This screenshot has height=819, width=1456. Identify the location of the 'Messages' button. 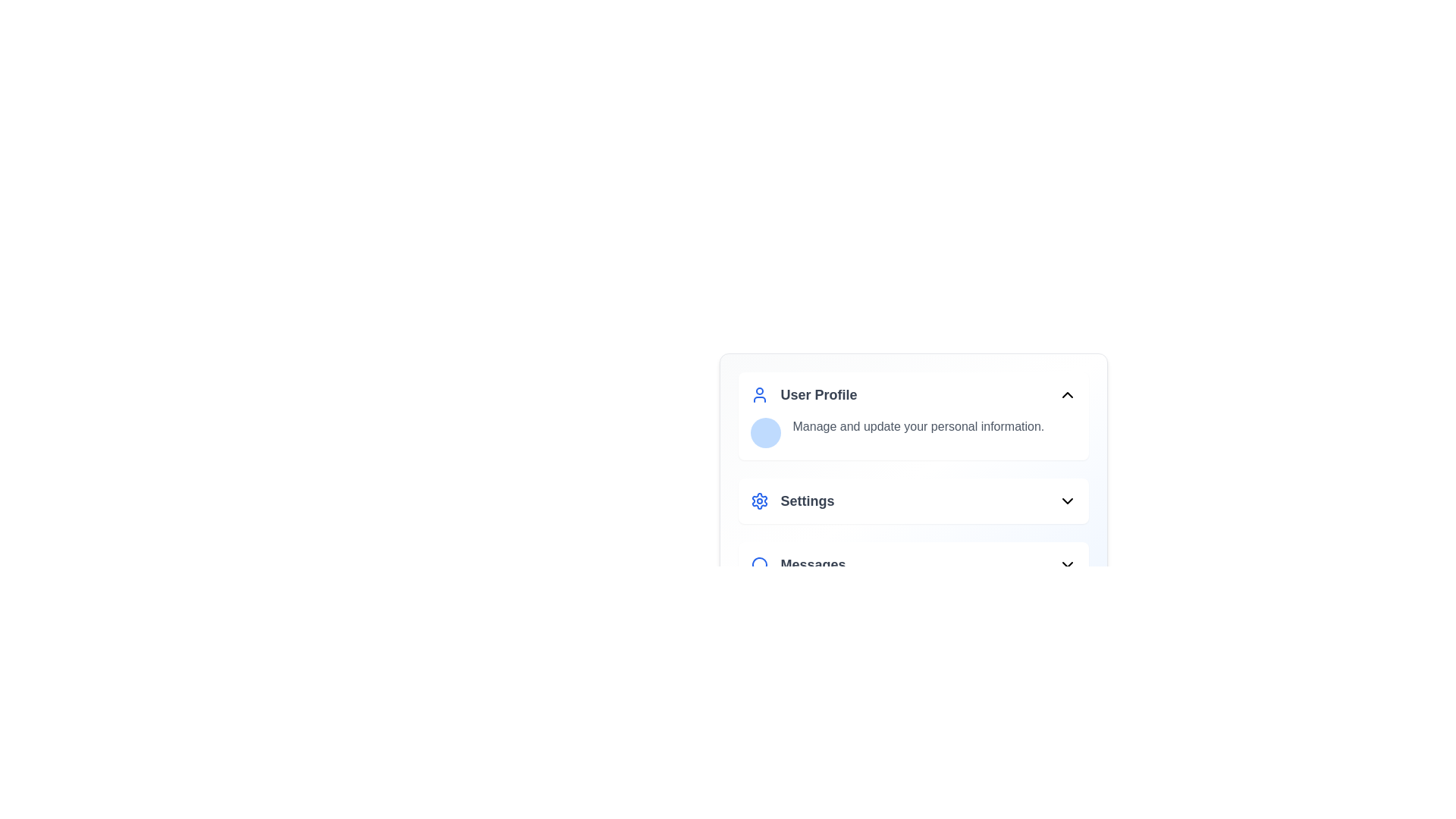
(912, 564).